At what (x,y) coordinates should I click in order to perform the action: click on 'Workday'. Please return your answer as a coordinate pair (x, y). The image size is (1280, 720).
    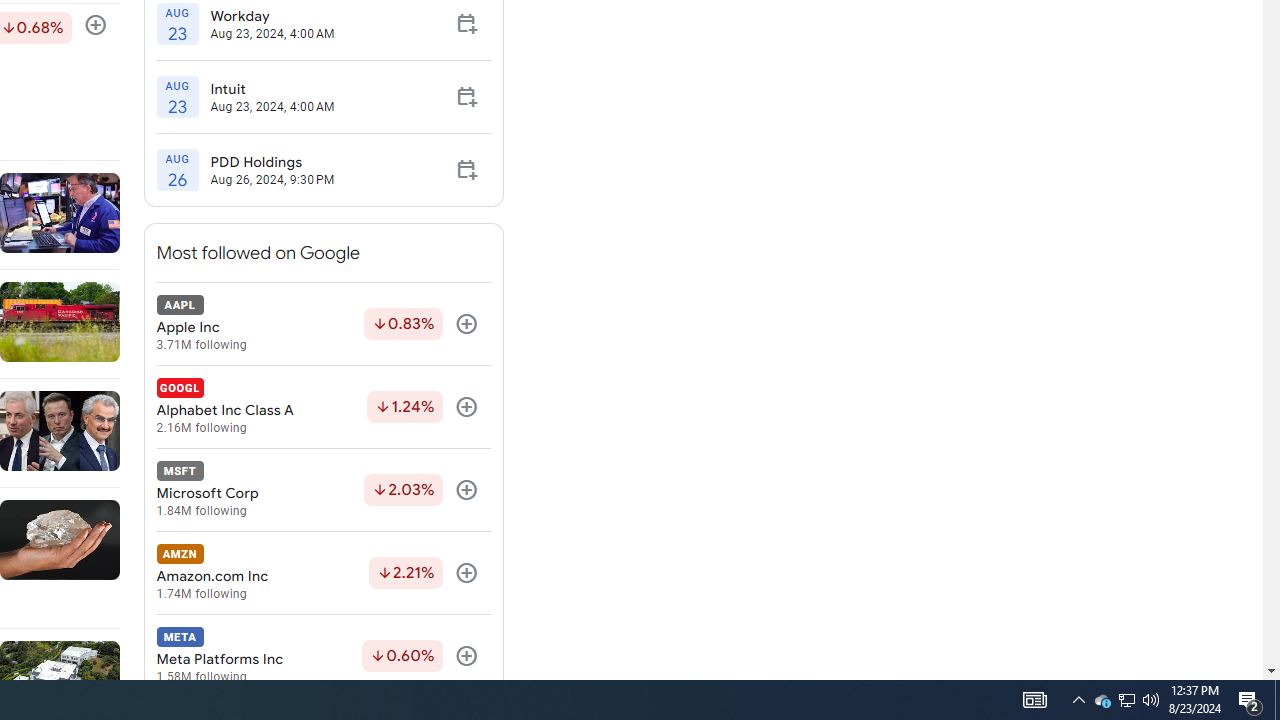
    Looking at the image, I should click on (271, 15).